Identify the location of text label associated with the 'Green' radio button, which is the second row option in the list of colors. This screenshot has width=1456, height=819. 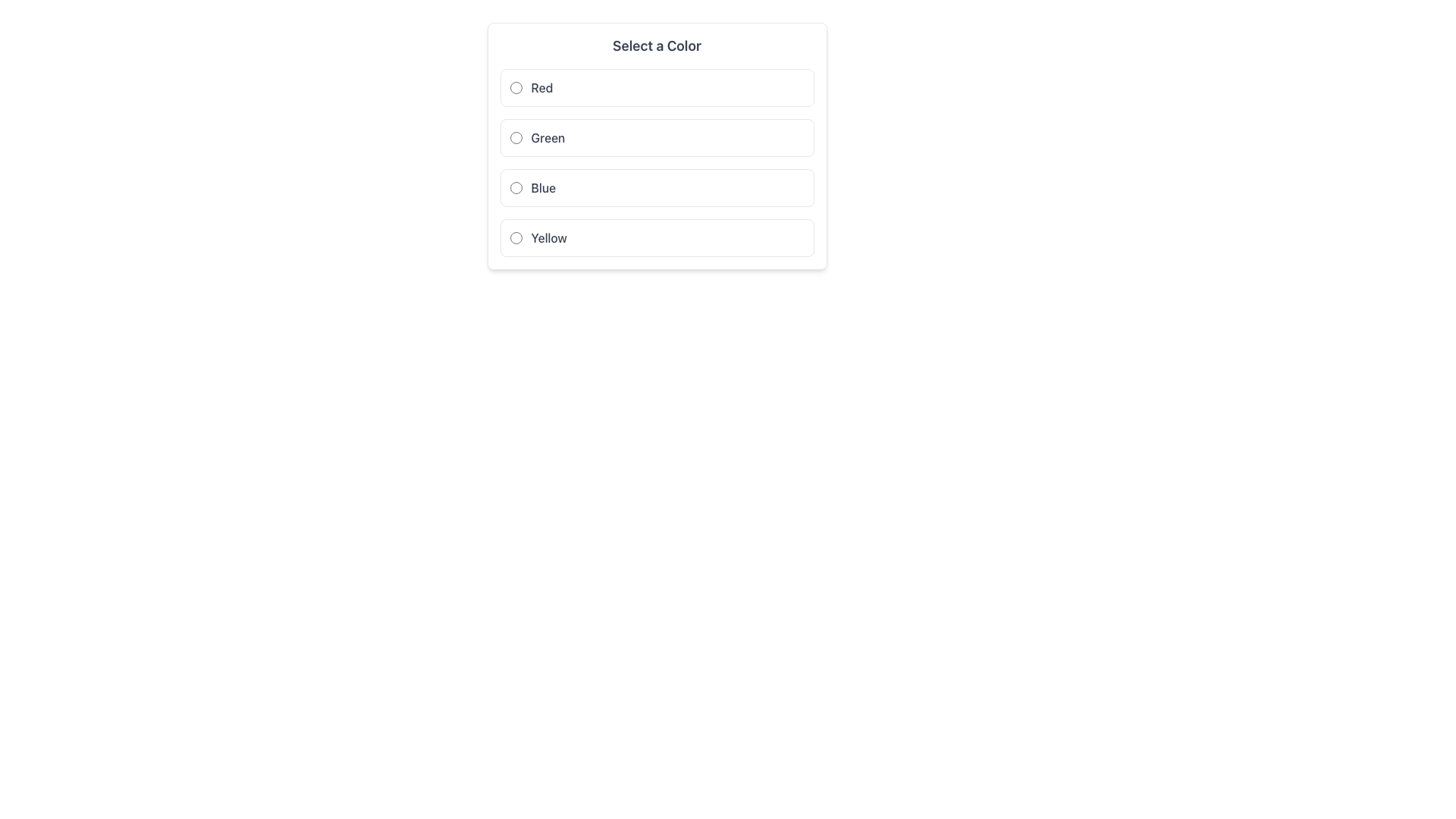
(547, 137).